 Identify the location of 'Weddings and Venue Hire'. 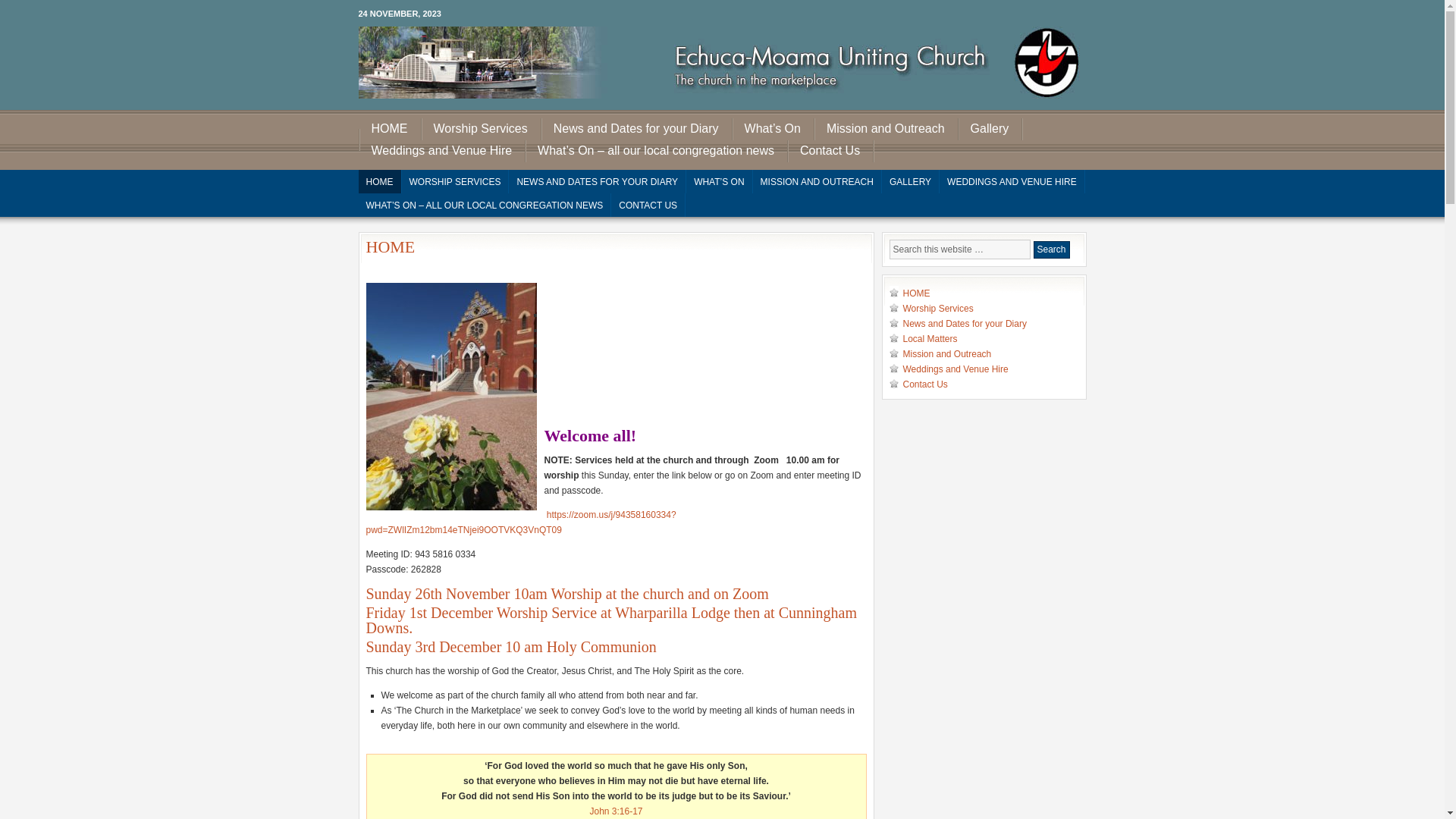
(954, 369).